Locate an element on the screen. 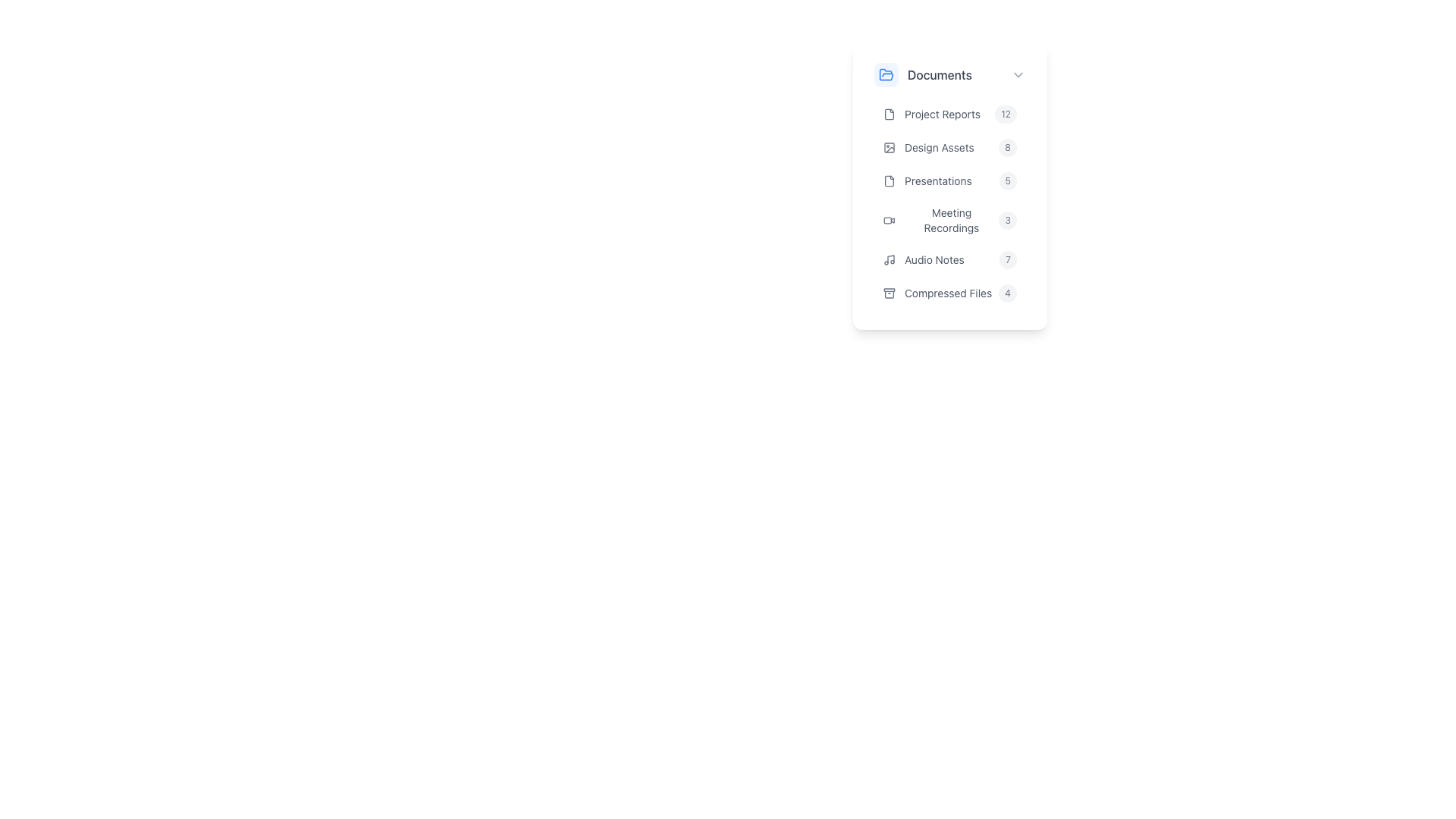 The image size is (1456, 819). the text label reading 'Meeting Recordings' located in the fourth row under the 'Documents' section to change its color is located at coordinates (950, 220).